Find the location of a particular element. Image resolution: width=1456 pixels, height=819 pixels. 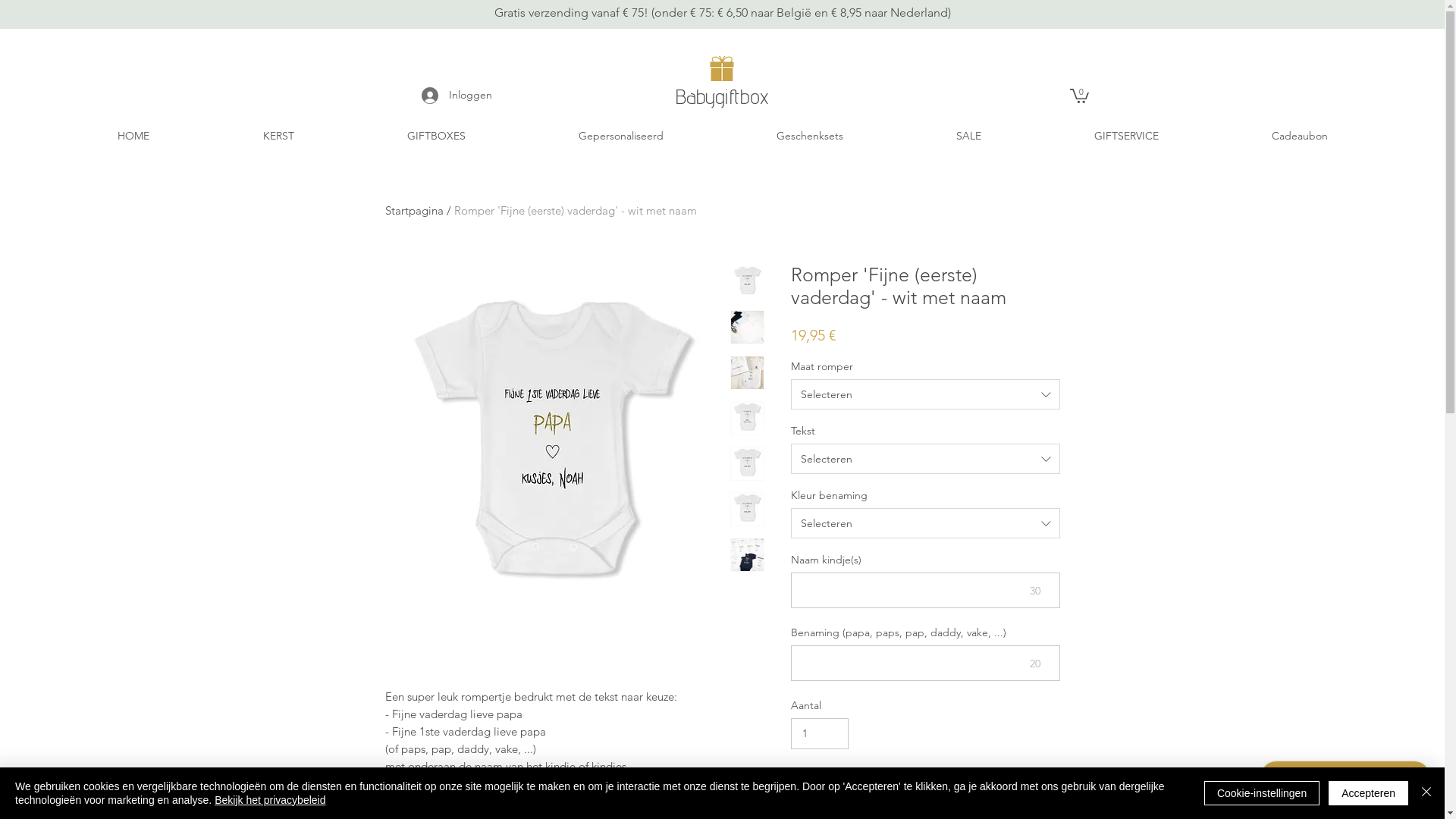

'Romper 'Fijne (eerste) vaderdag' - wit met naam' is located at coordinates (574, 210).